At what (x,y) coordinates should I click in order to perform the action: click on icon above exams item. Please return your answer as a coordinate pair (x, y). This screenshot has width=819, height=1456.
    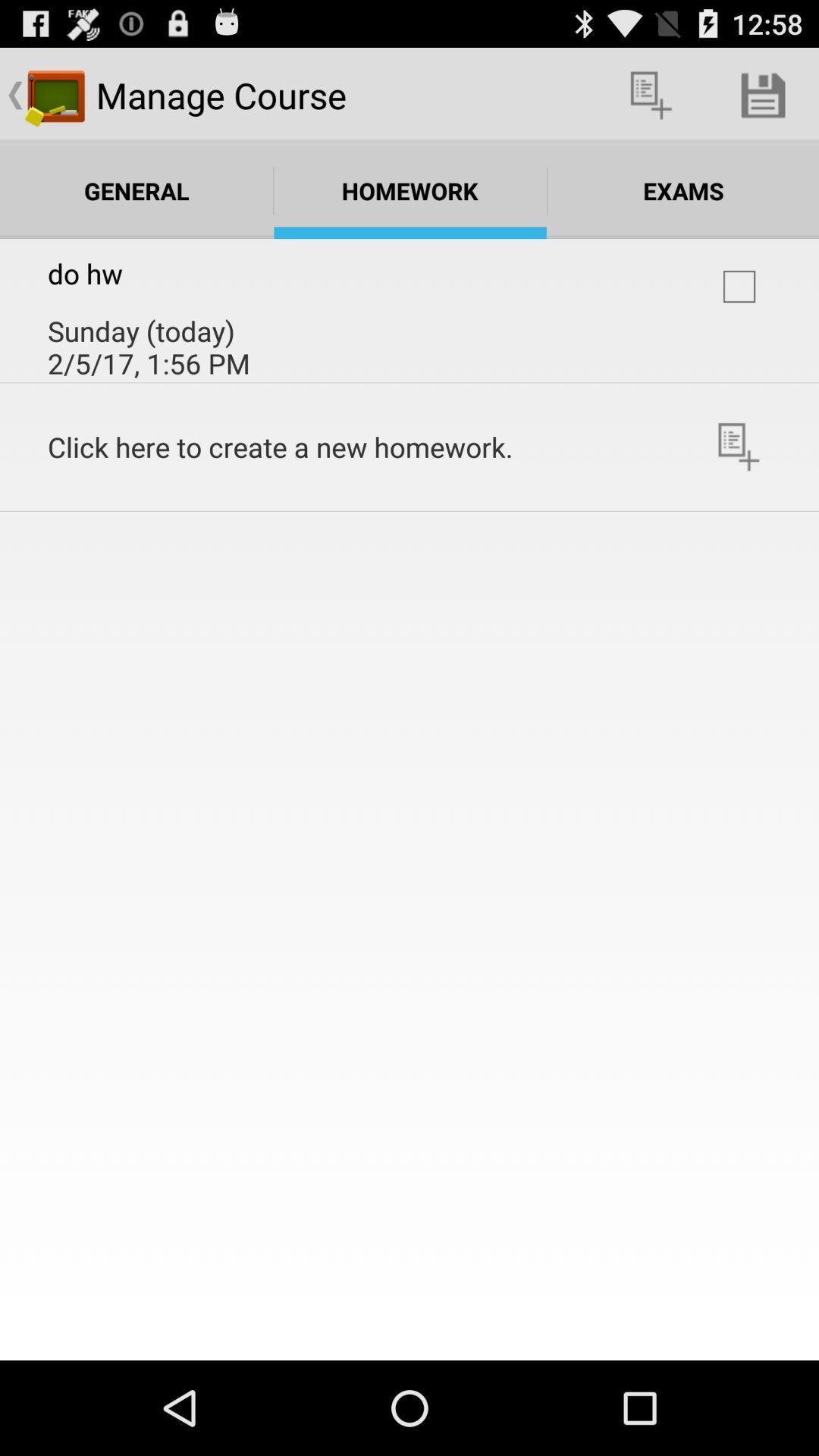
    Looking at the image, I should click on (651, 94).